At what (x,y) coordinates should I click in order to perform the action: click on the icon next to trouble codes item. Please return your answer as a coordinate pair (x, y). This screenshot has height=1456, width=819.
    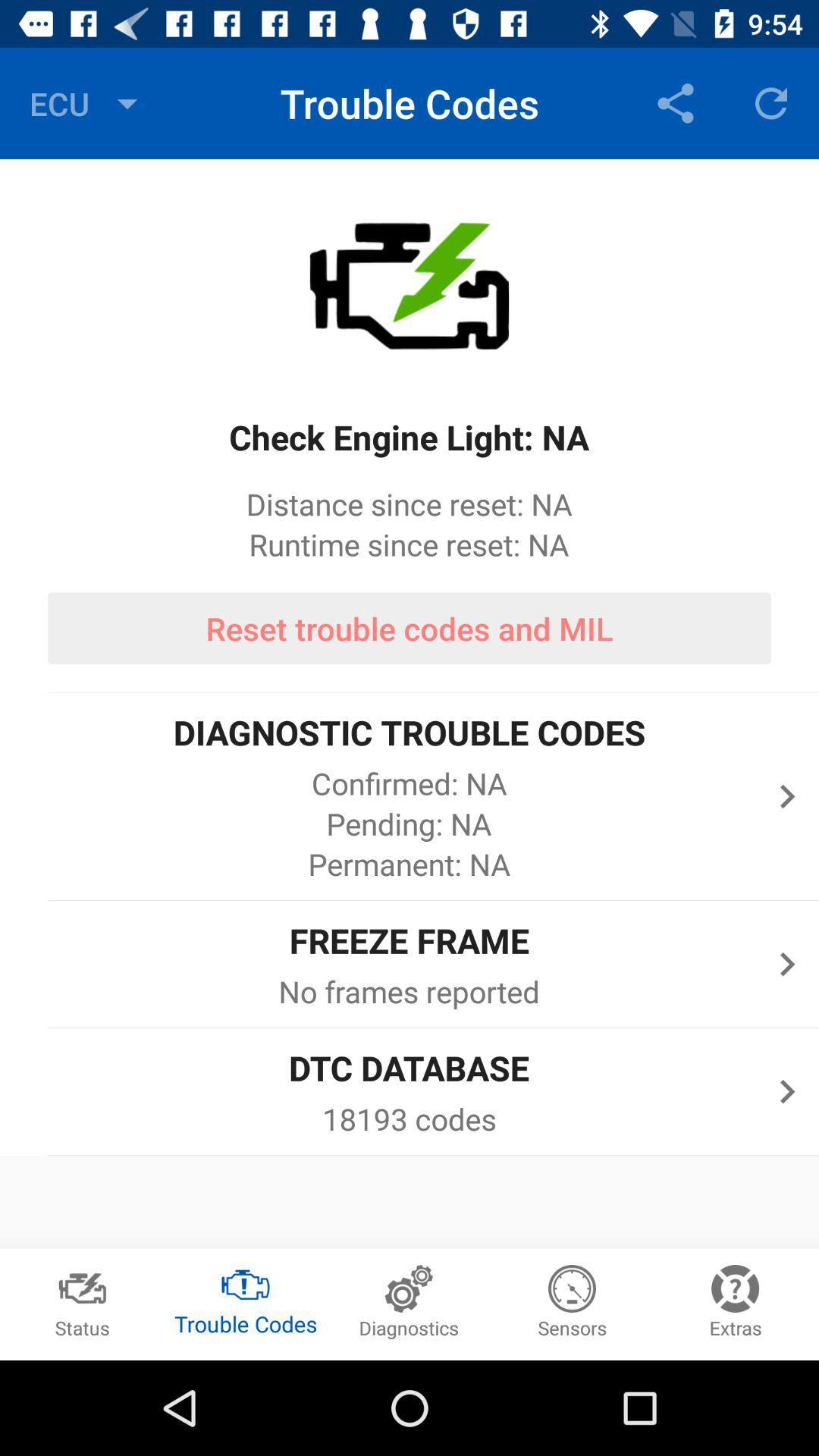
    Looking at the image, I should click on (675, 102).